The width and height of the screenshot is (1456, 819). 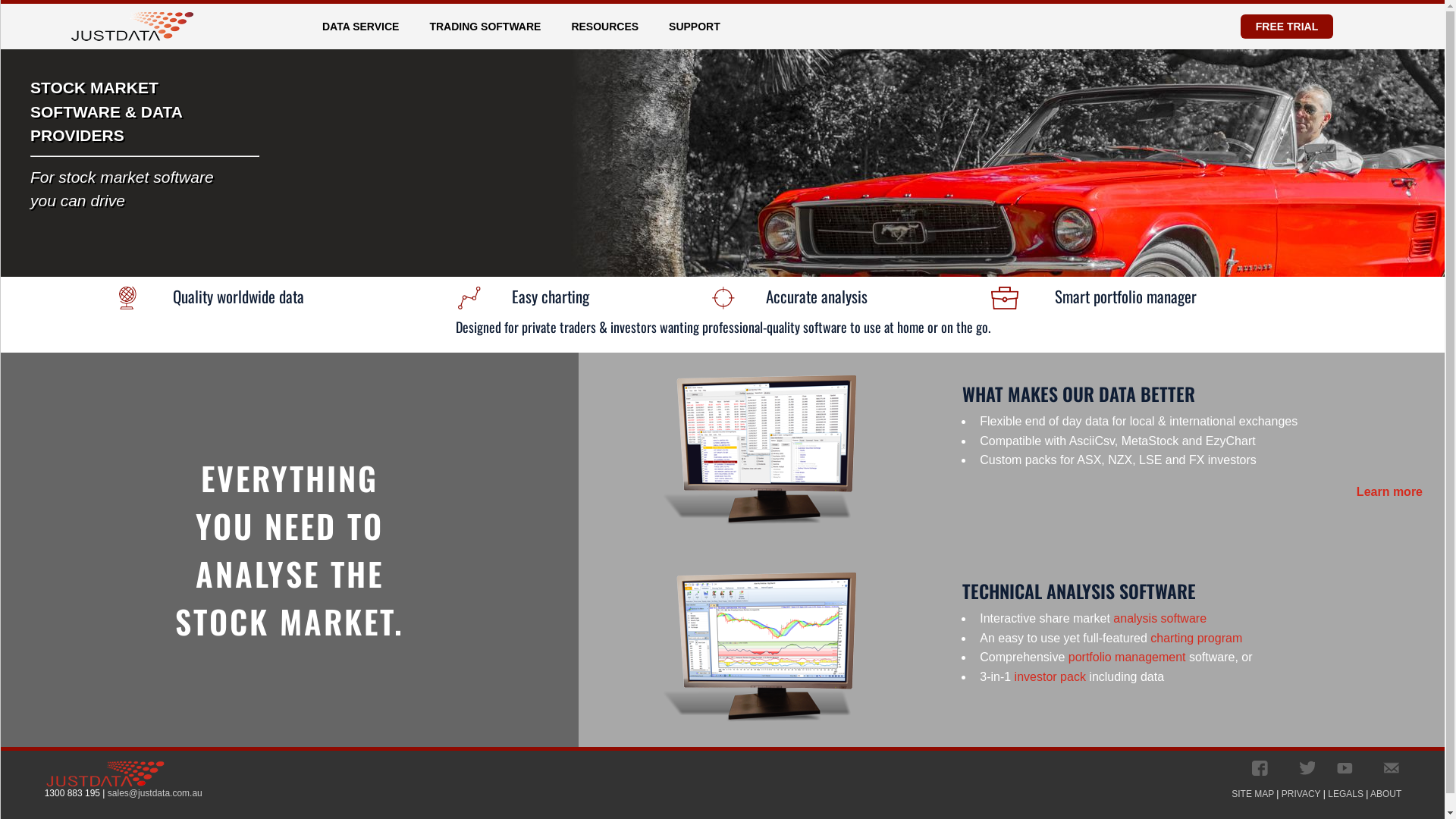 I want to click on ' ', so click(x=1391, y=768).